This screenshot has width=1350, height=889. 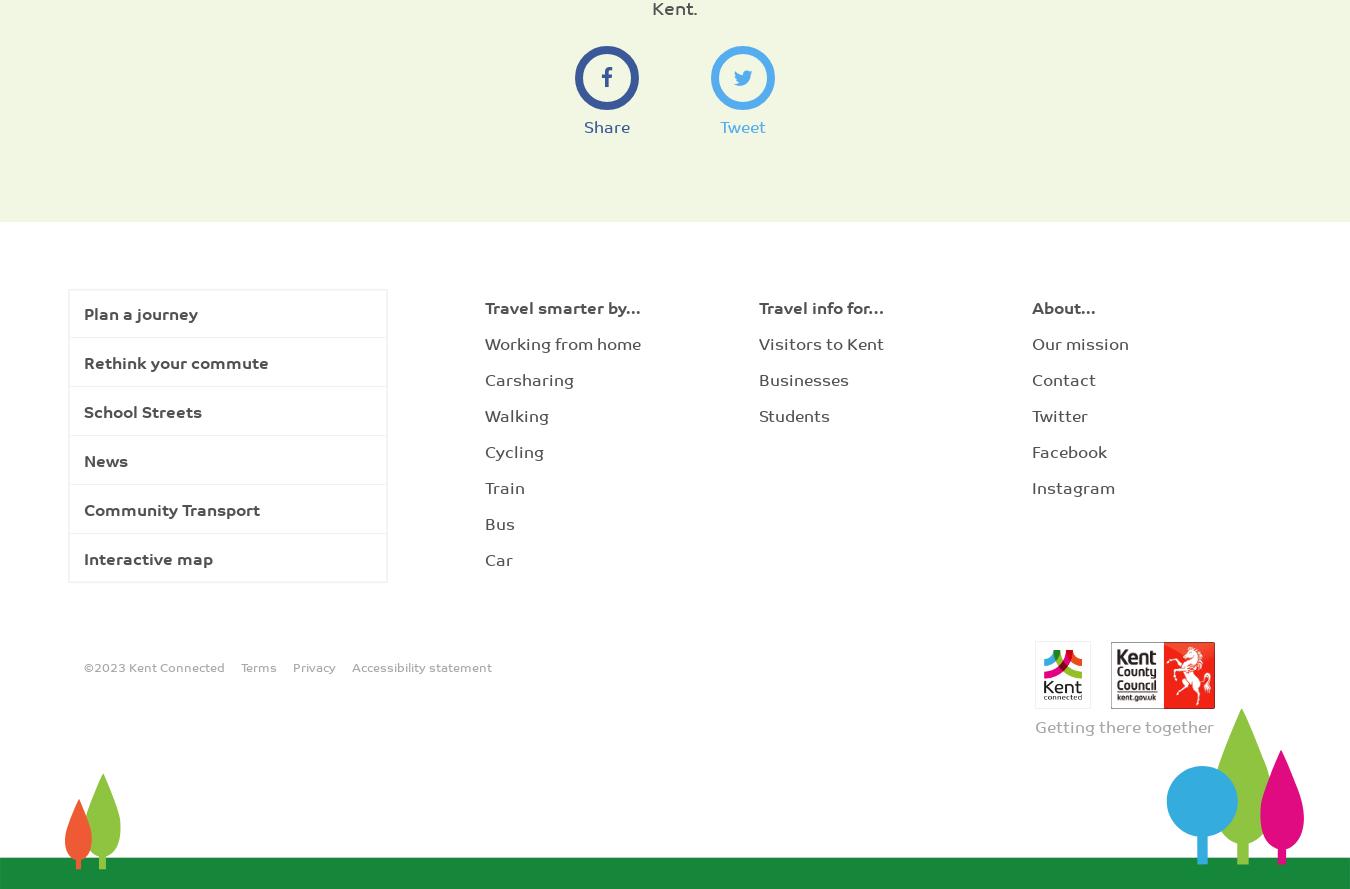 I want to click on 'Privacy', so click(x=291, y=666).